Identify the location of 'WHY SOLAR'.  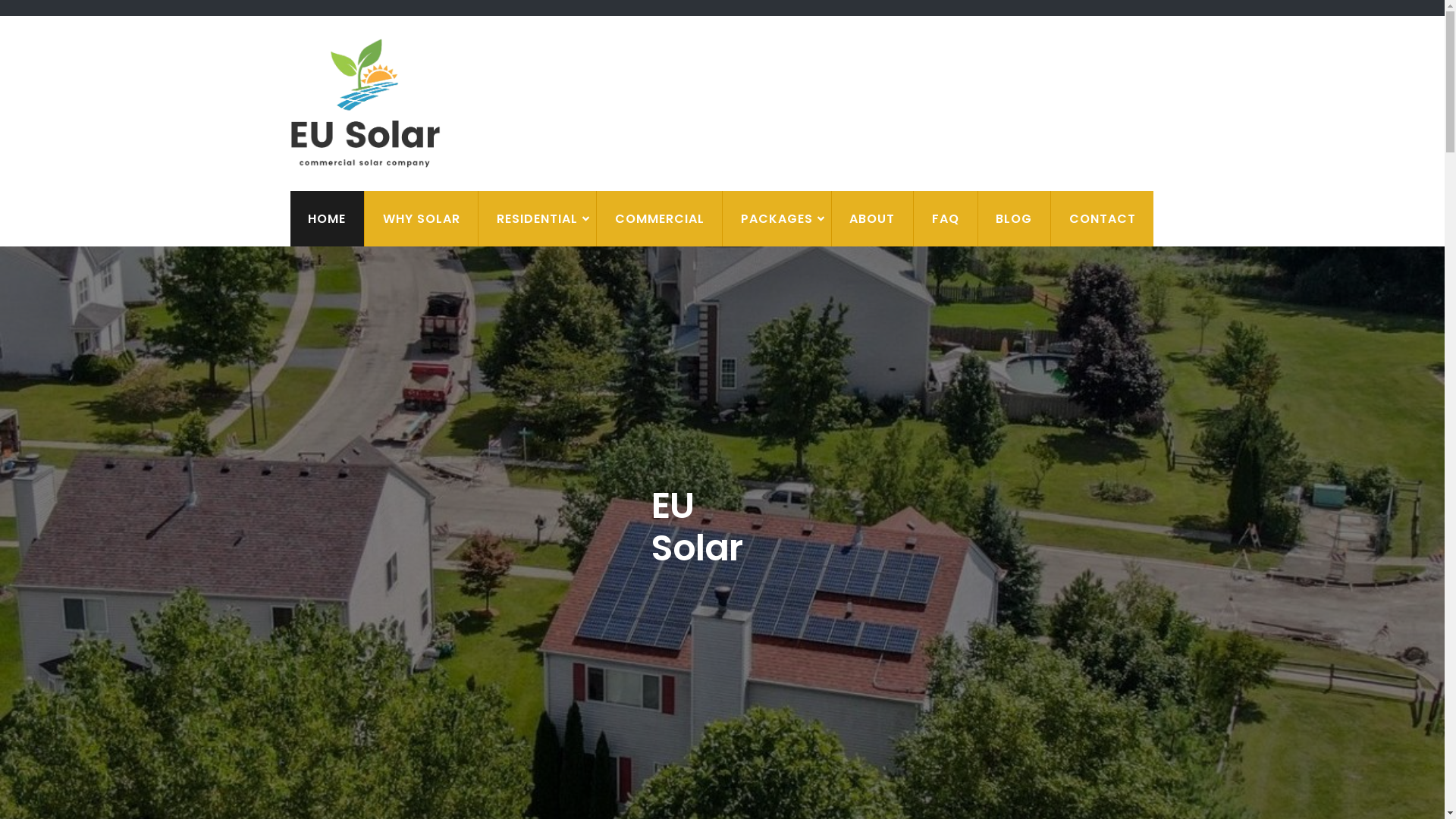
(421, 218).